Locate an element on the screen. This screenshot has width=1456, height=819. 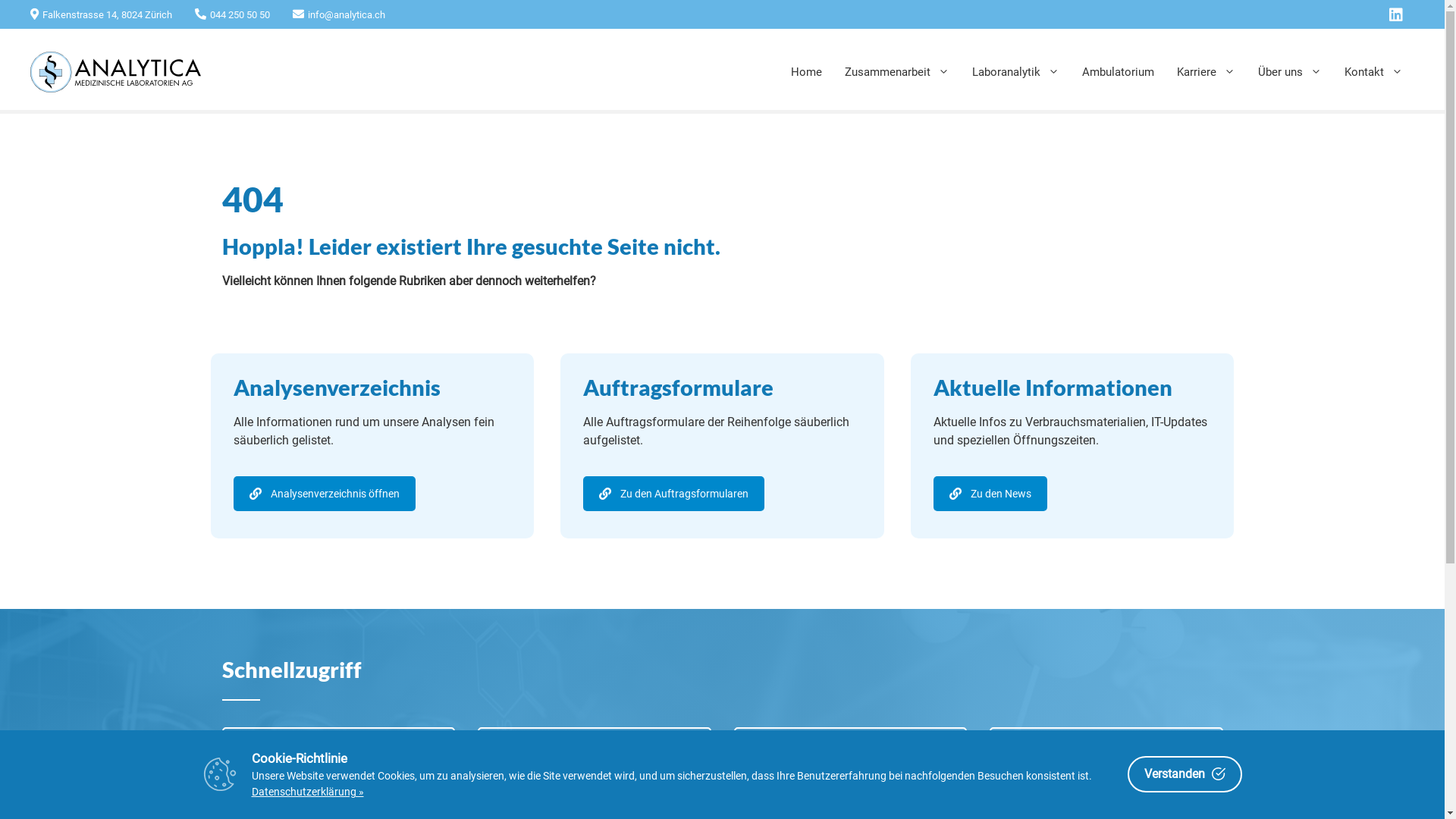
'Ambulatorium' is located at coordinates (1118, 72).